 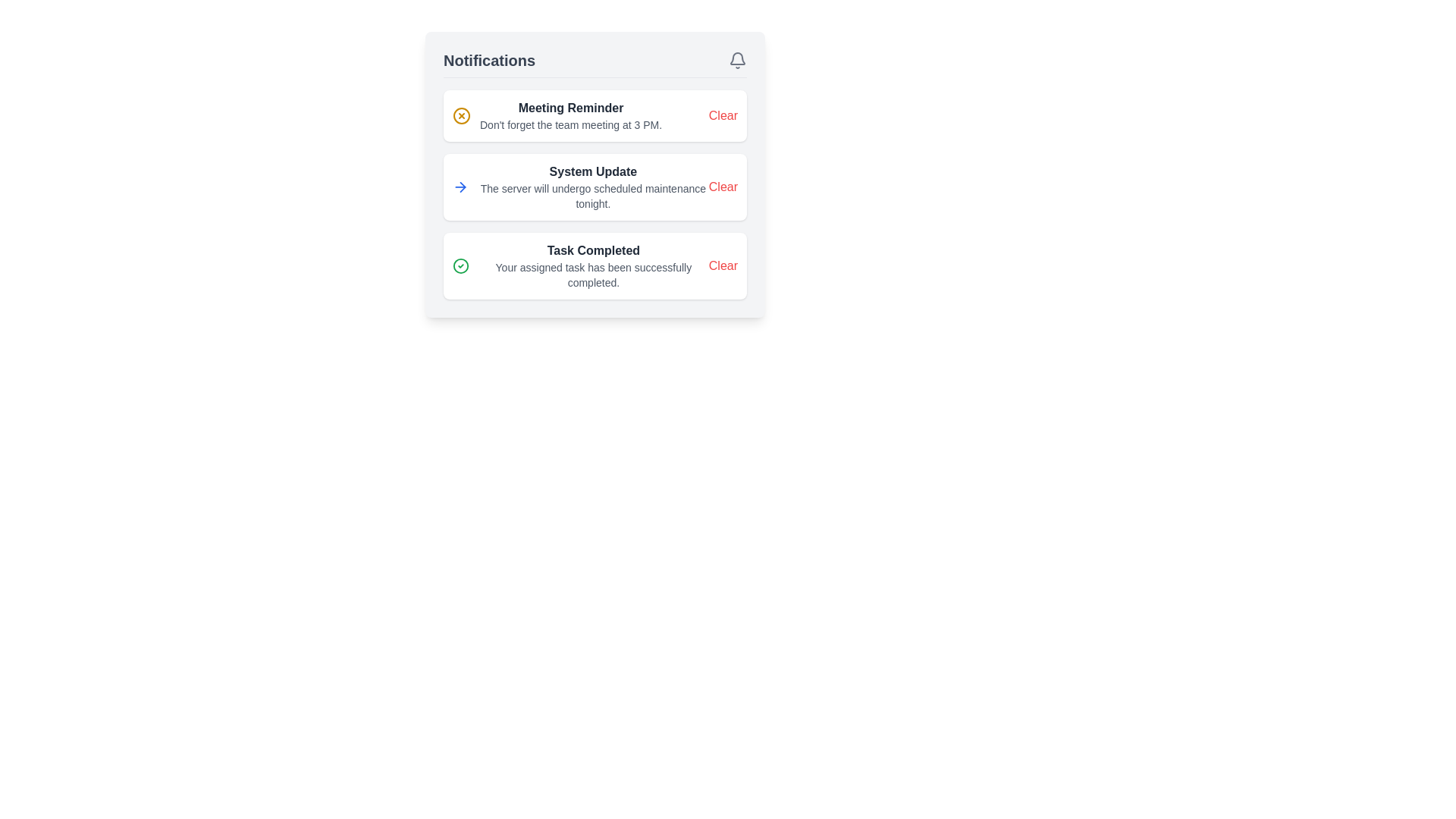 I want to click on the 'Clear' button styled in red font located in the notification card for 'Meeting Reminder' to clear the notification, so click(x=722, y=115).